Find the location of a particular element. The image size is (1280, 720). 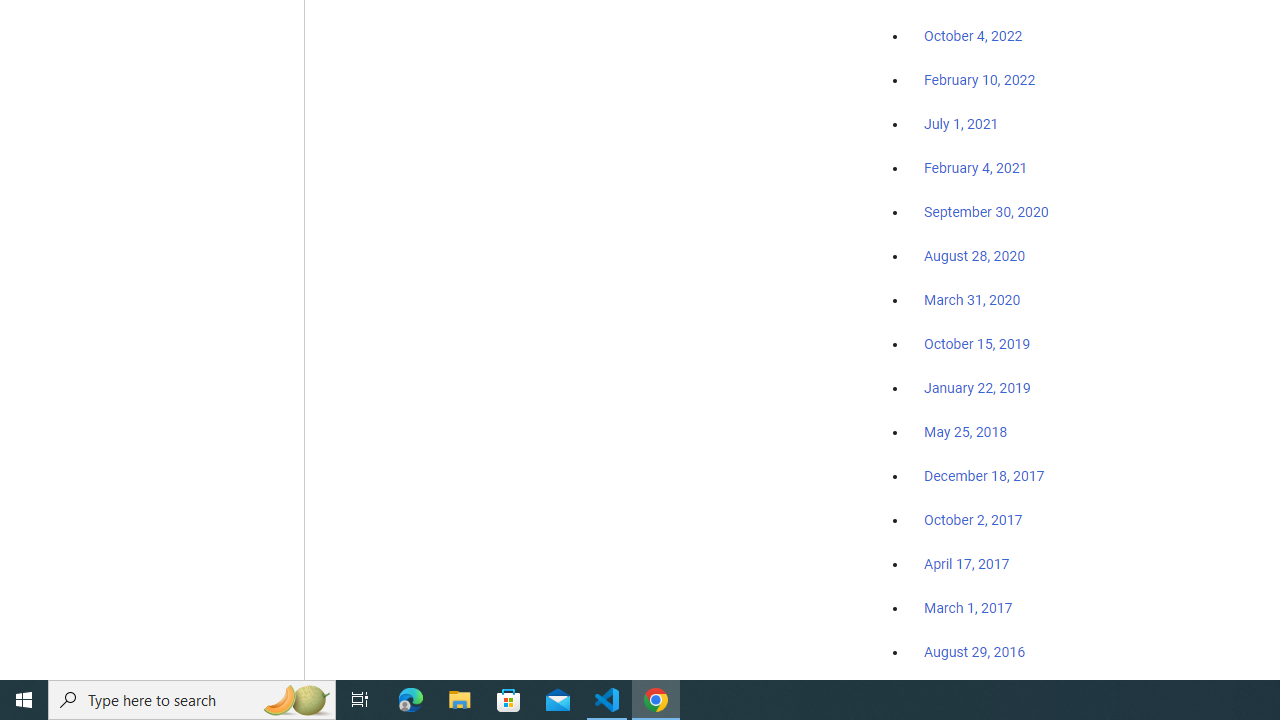

'October 2, 2017' is located at coordinates (973, 519).